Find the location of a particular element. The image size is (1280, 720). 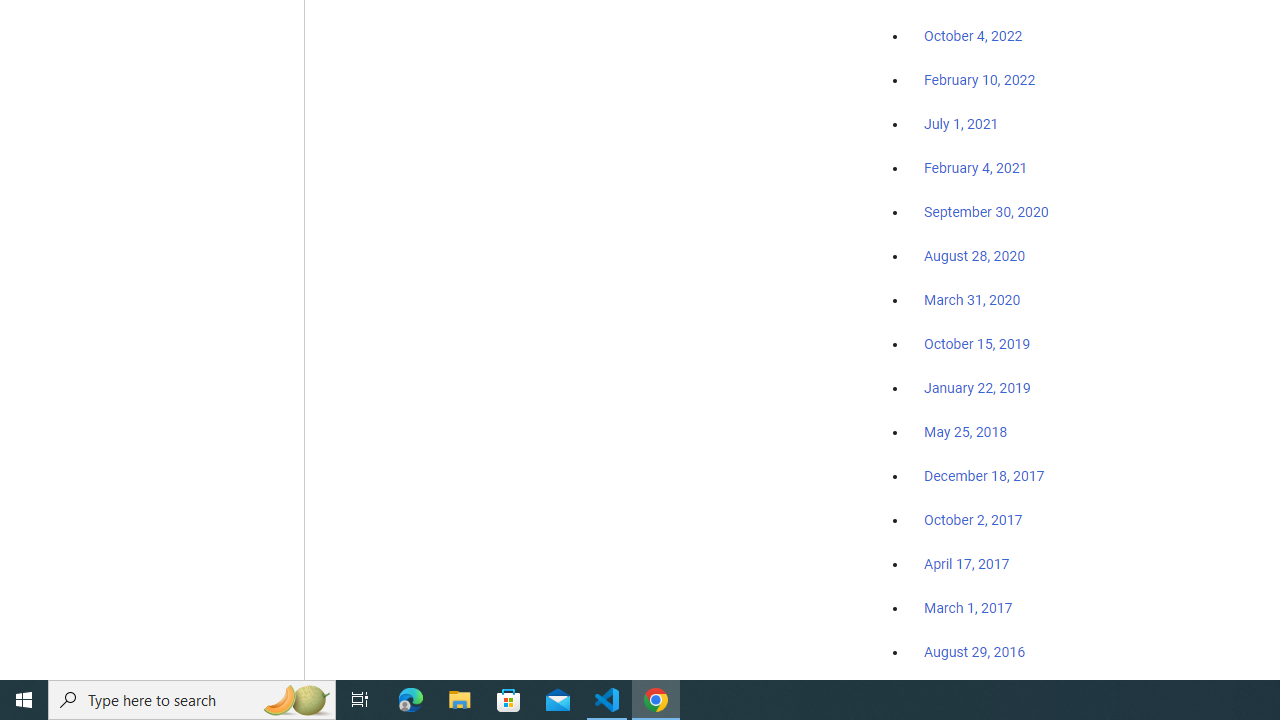

'October 2, 2017' is located at coordinates (973, 519).